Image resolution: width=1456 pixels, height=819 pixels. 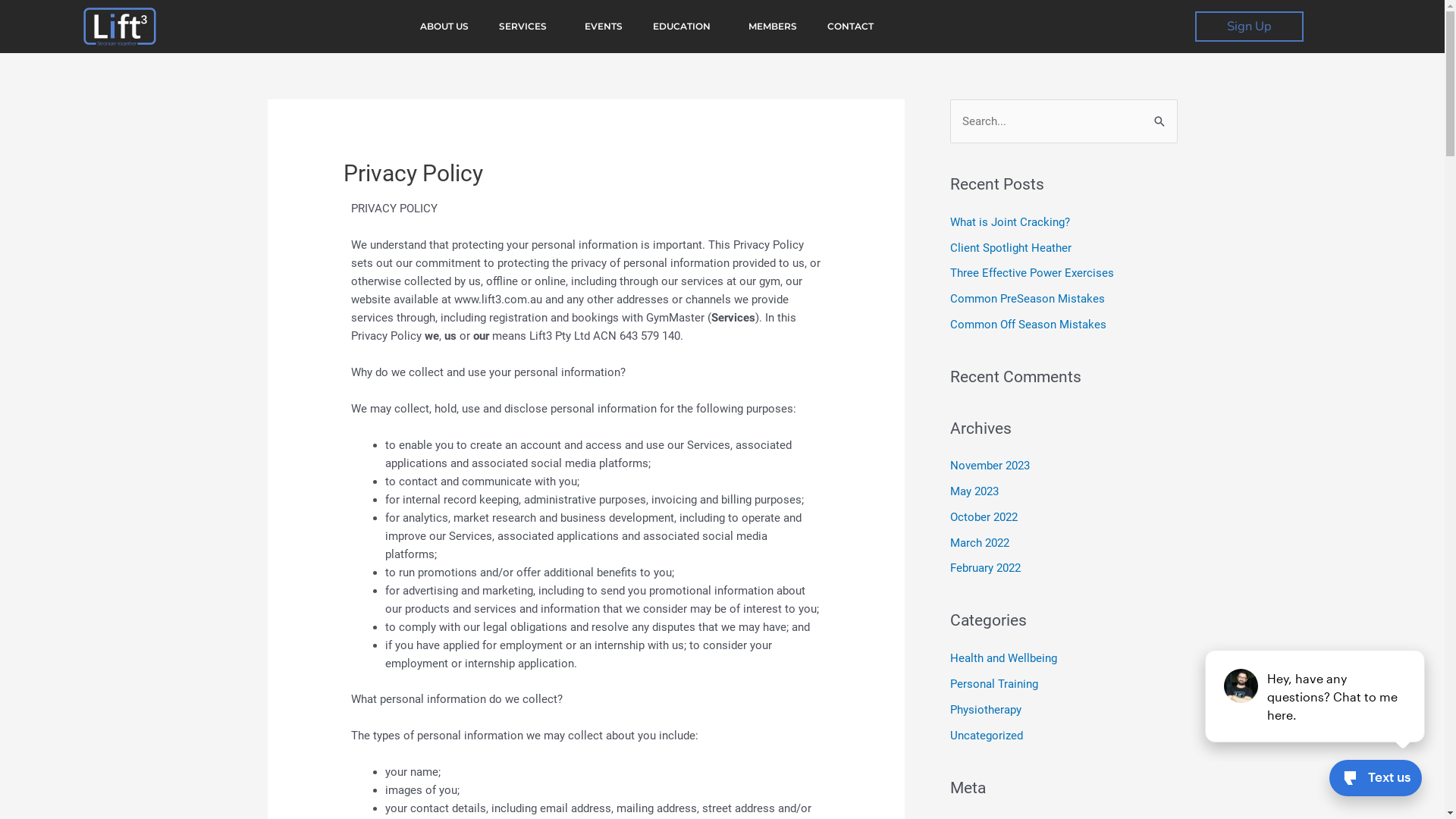 I want to click on 'EVENTS', so click(x=568, y=26).